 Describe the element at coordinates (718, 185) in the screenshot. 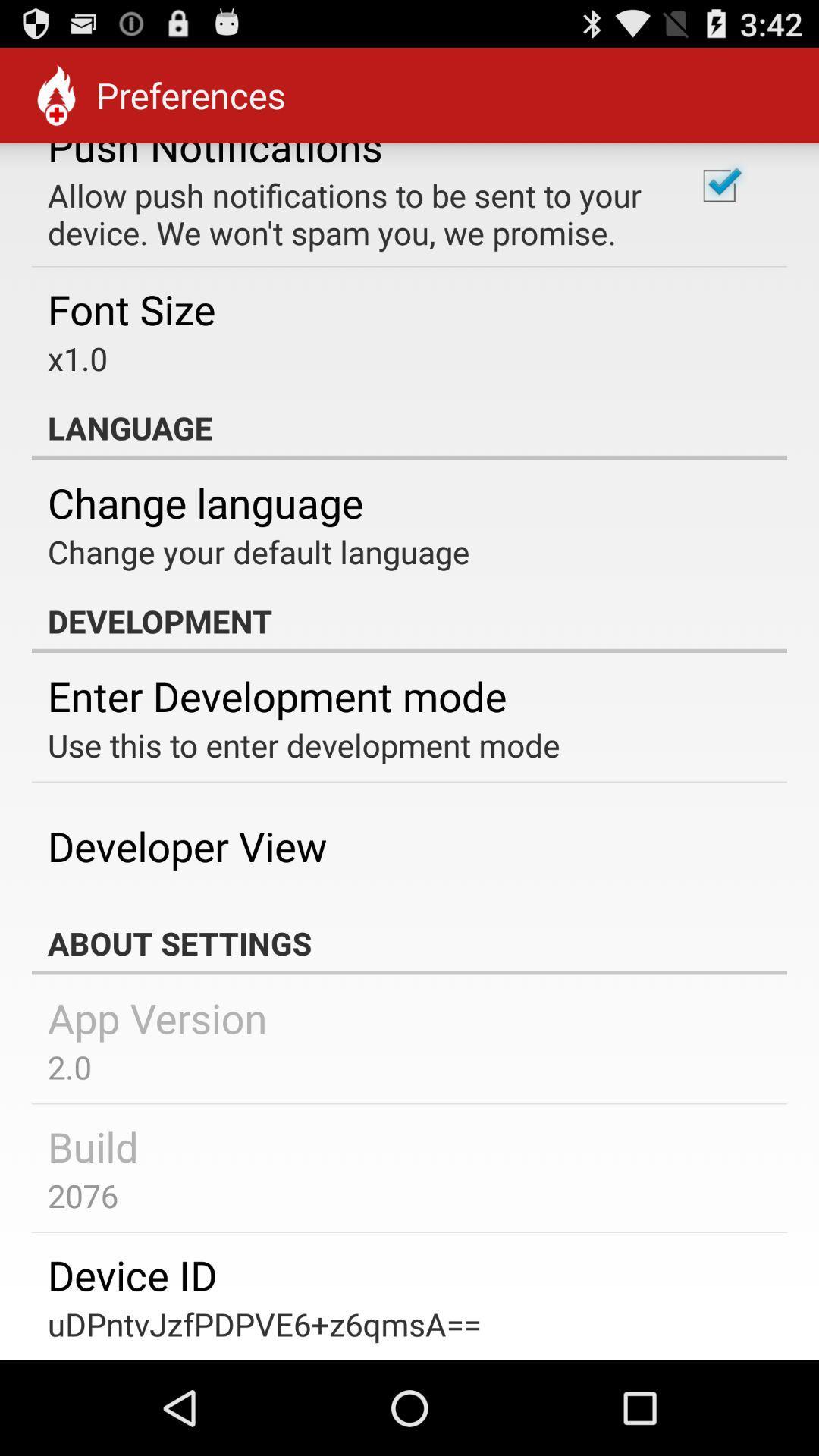

I see `the item at the top right corner` at that location.